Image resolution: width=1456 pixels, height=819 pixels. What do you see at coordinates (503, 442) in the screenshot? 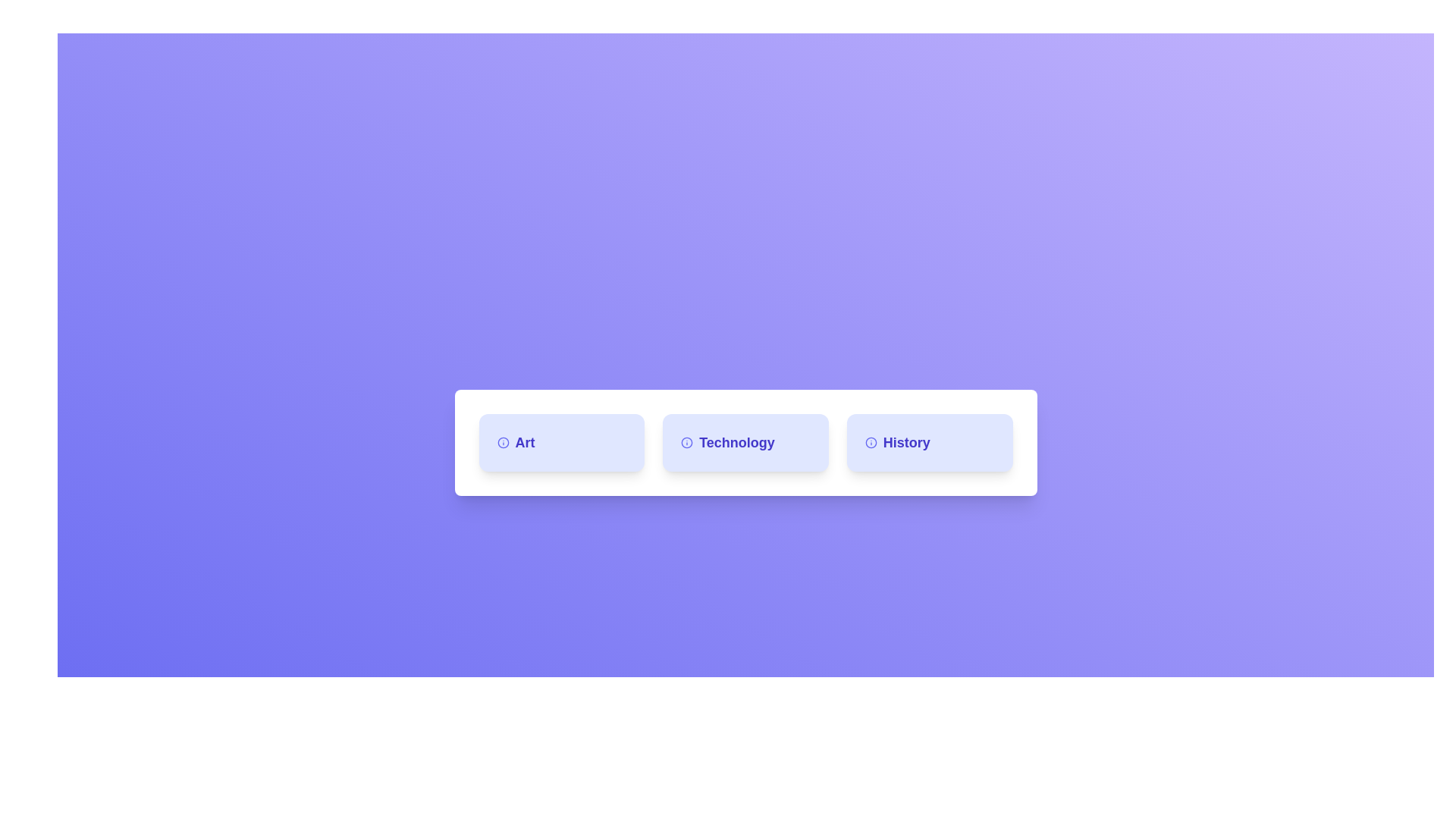
I see `the circular blue outlined SVG icon with a white interior and 'i' symbol, located to the left of the text 'Art'` at bounding box center [503, 442].